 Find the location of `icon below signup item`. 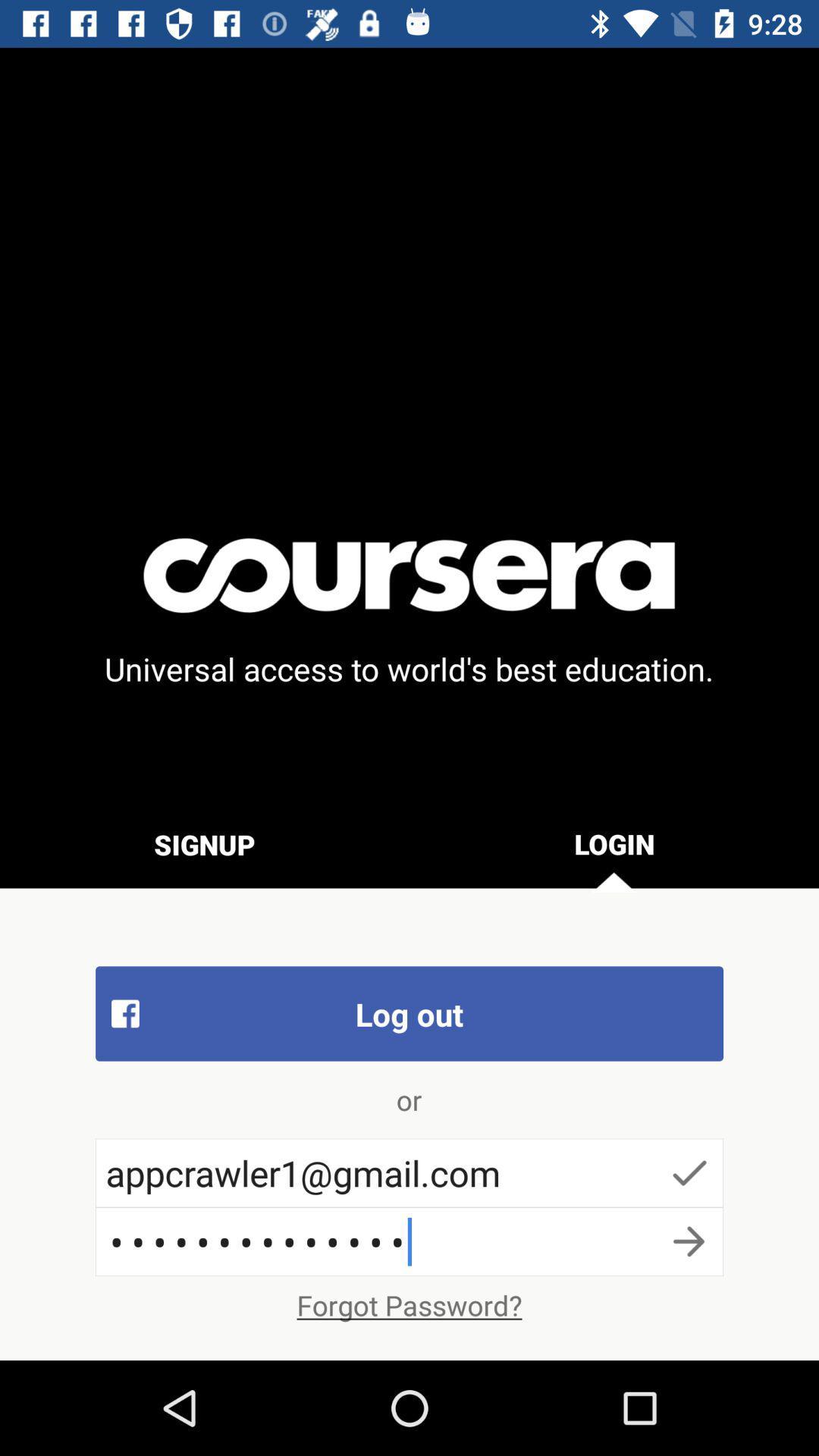

icon below signup item is located at coordinates (409, 1013).